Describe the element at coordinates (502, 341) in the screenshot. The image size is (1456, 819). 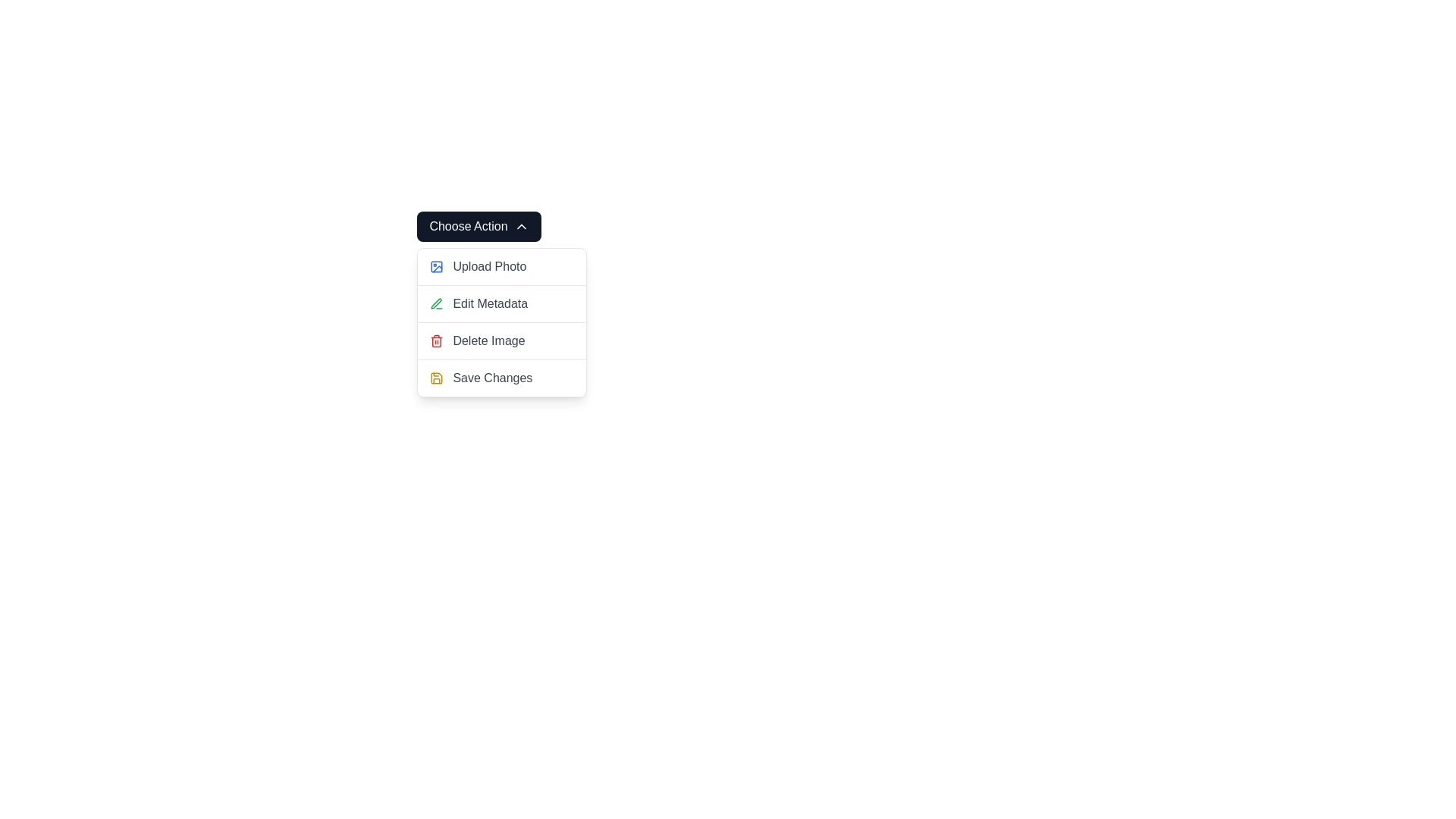
I see `the 'Delete Image' button with a trash bin icon` at that location.